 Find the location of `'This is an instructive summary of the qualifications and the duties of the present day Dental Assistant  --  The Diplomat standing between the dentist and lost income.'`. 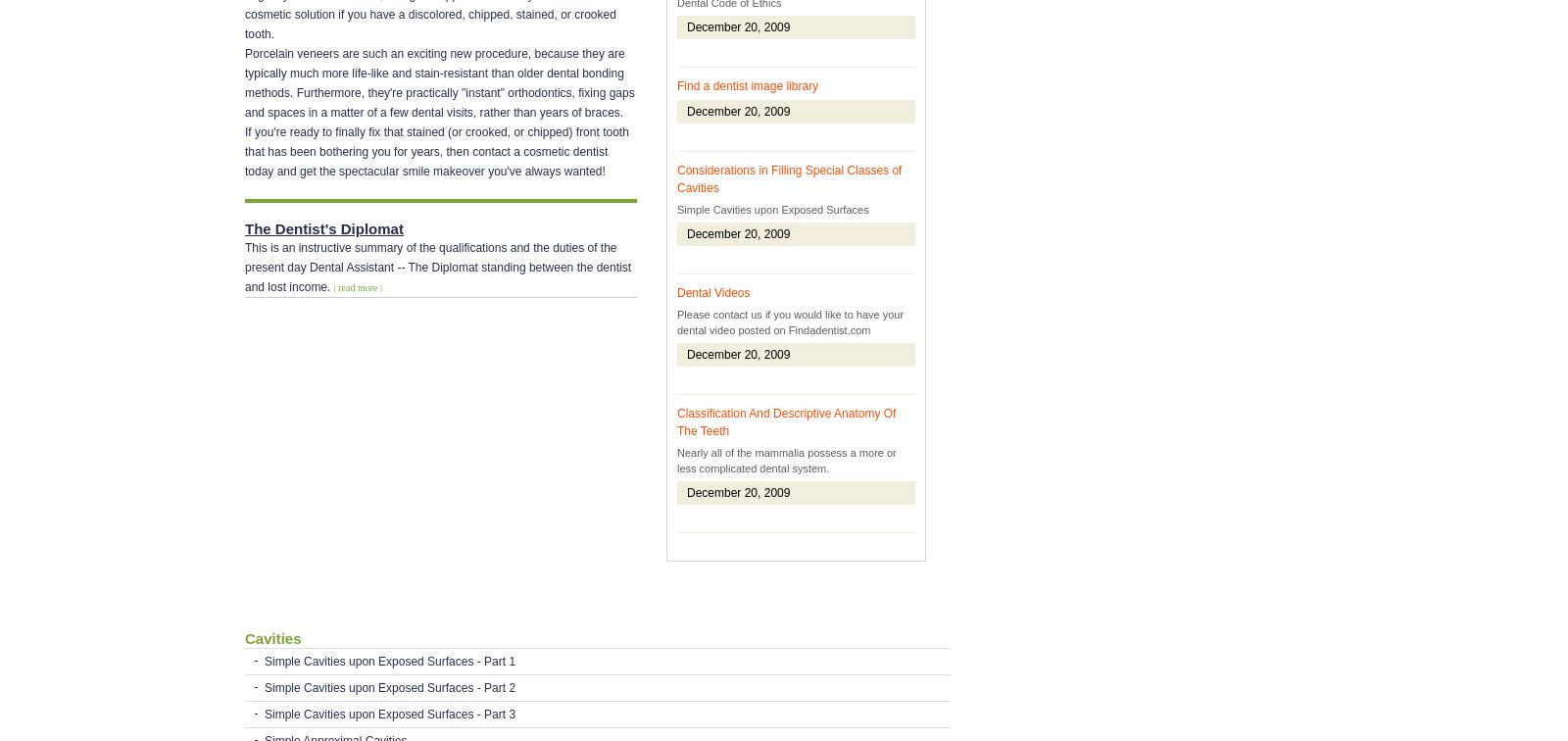

'This is an instructive summary of the qualifications and the duties of the present day Dental Assistant  --  The Diplomat standing between the dentist and lost income.' is located at coordinates (437, 267).